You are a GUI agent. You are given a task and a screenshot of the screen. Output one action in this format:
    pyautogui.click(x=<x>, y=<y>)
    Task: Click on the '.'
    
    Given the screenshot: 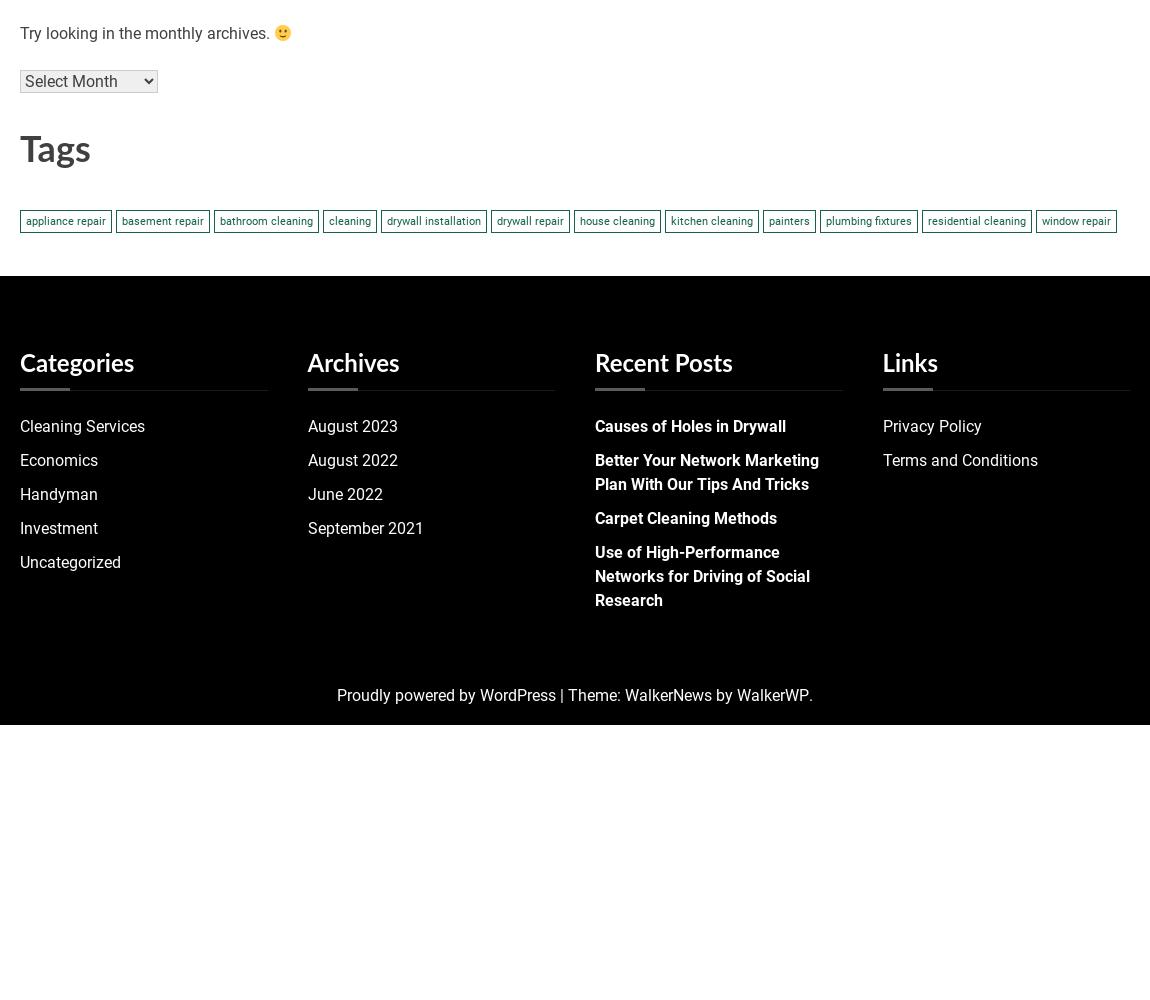 What is the action you would take?
    pyautogui.click(x=809, y=694)
    